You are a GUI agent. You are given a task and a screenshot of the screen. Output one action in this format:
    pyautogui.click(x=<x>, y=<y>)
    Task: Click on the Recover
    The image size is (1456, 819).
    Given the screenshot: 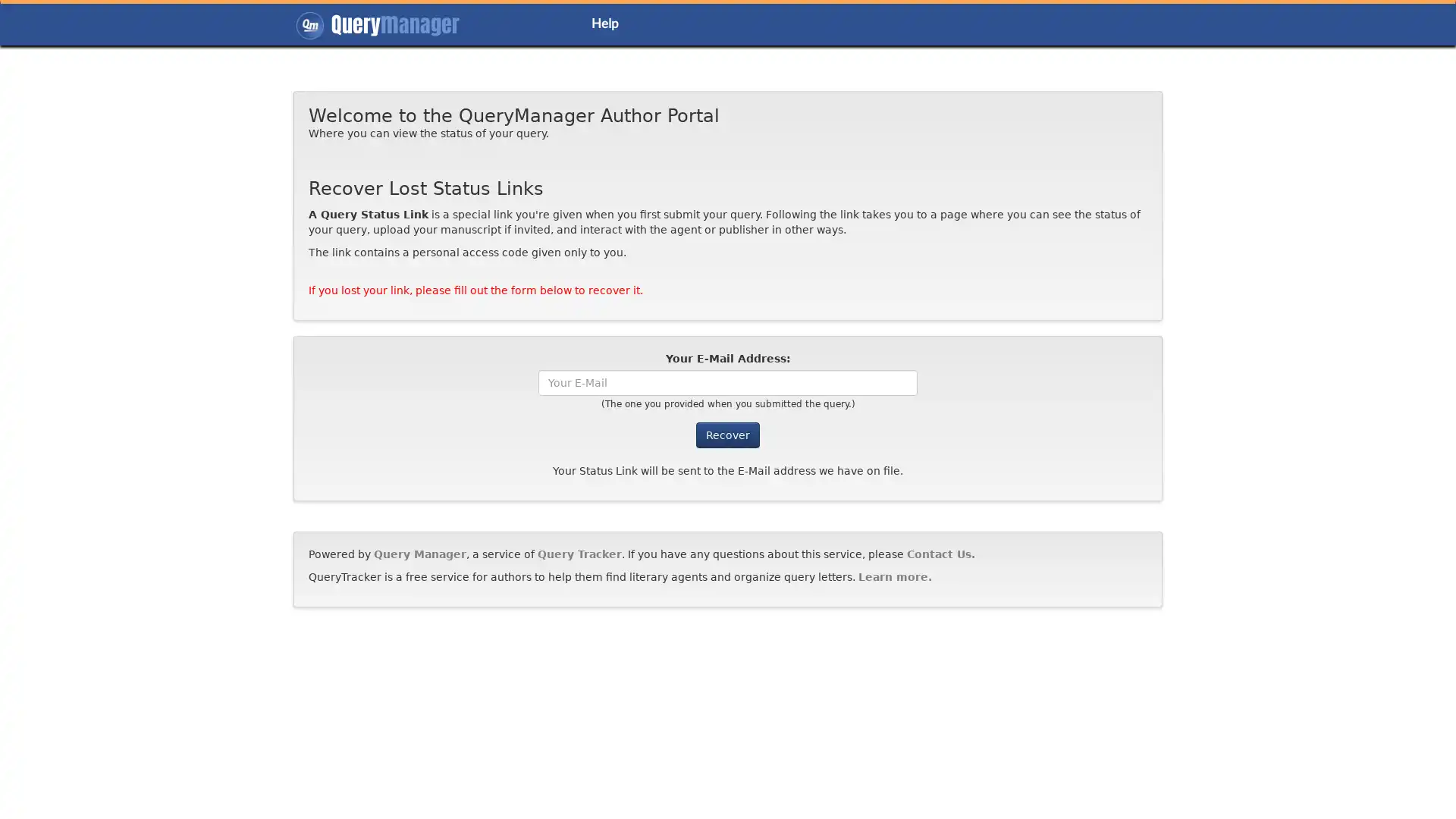 What is the action you would take?
    pyautogui.click(x=728, y=435)
    